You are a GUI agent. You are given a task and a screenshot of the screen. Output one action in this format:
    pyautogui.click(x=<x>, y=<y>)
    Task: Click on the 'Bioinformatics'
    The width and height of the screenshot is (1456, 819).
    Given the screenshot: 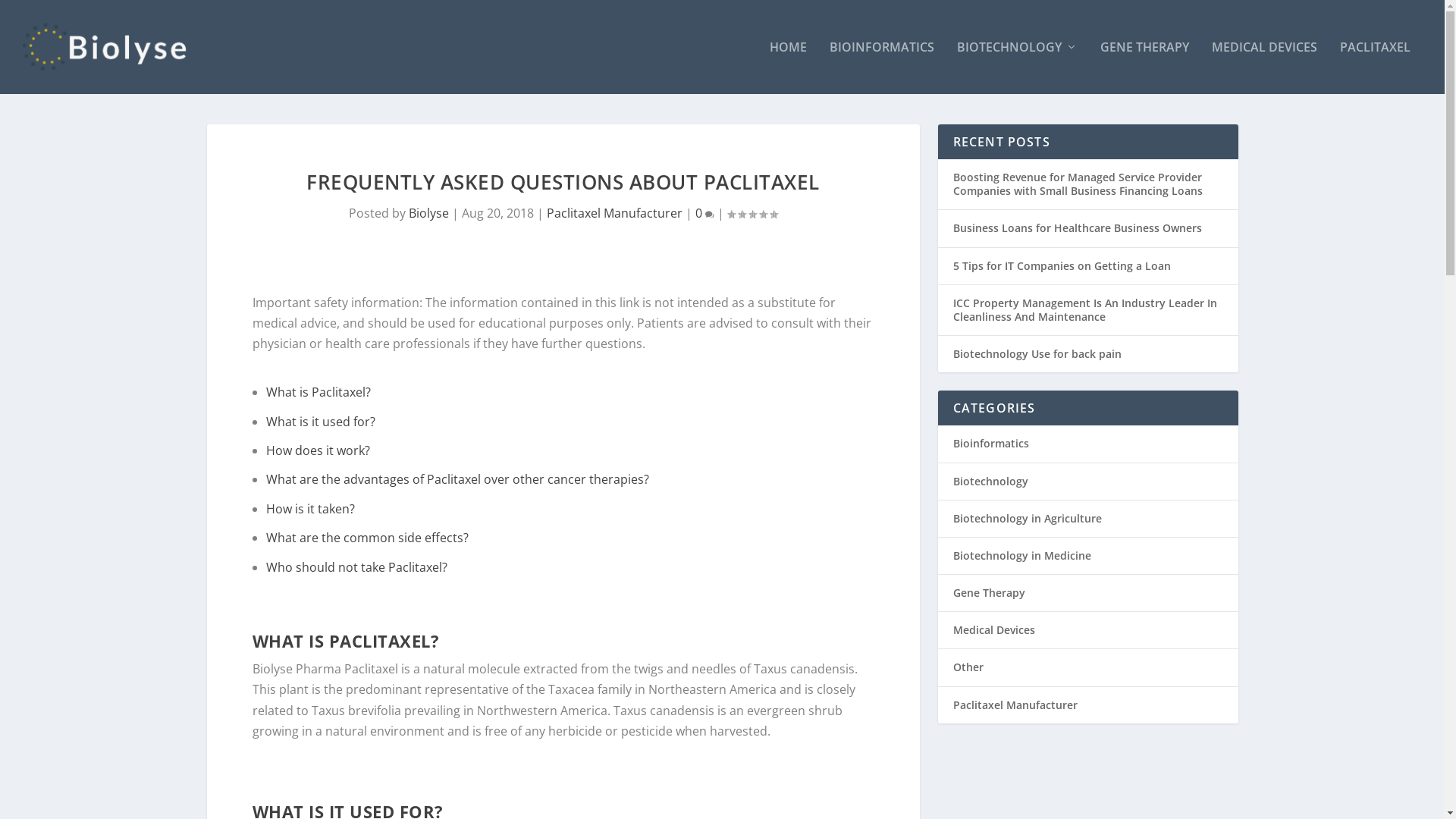 What is the action you would take?
    pyautogui.click(x=990, y=443)
    